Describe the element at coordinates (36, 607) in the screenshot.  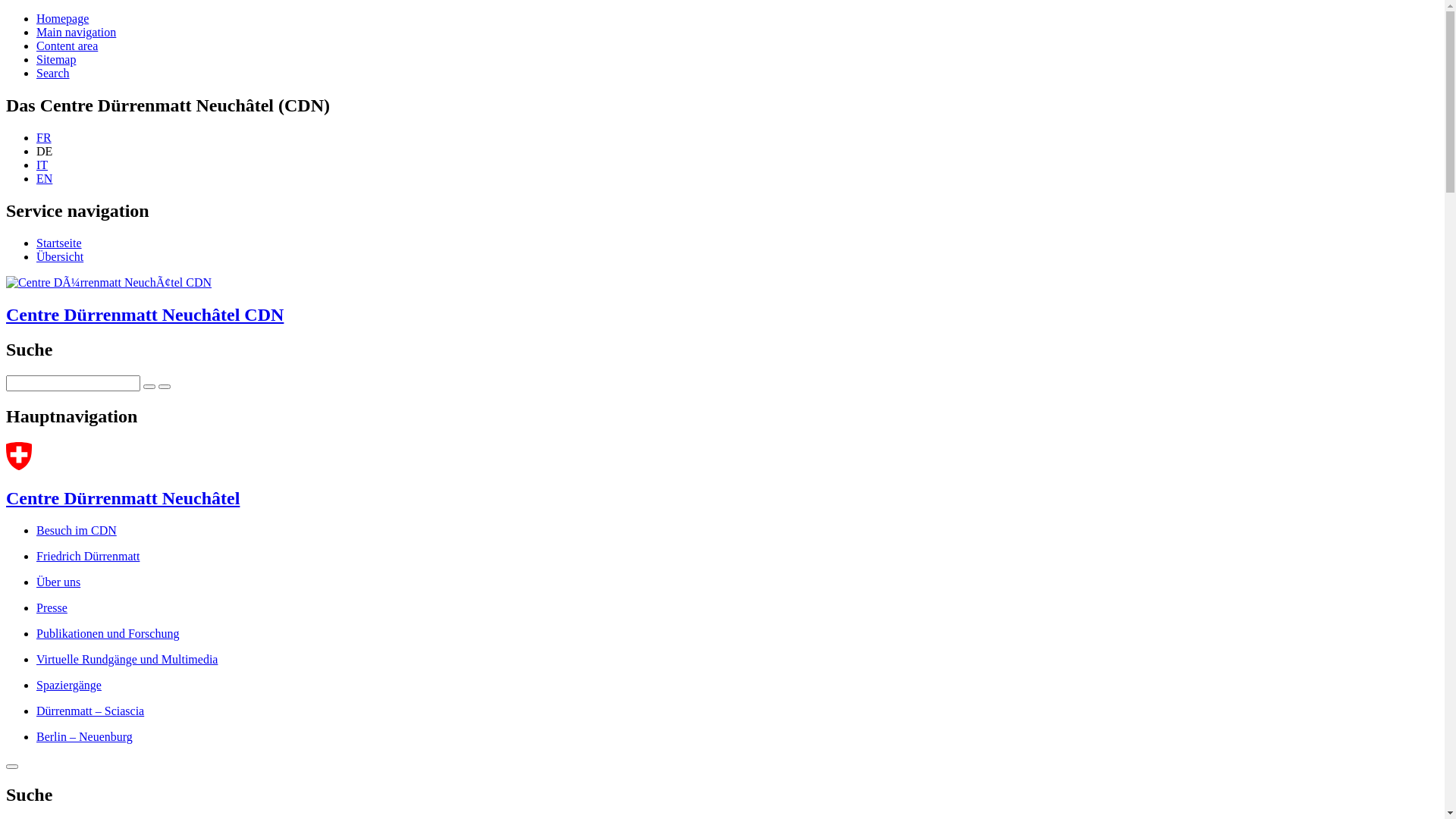
I see `'Presse'` at that location.